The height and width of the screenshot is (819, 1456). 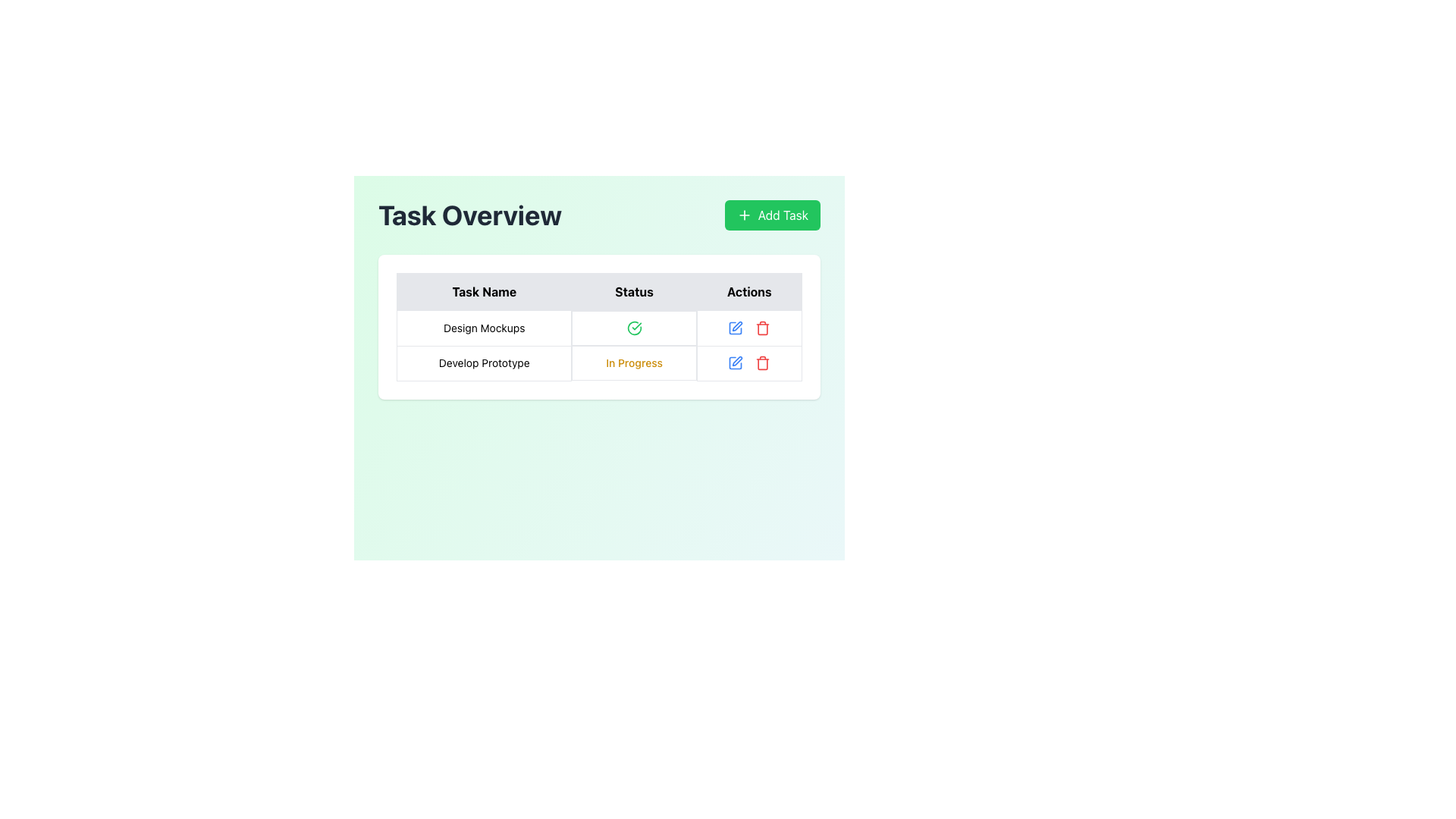 What do you see at coordinates (634, 292) in the screenshot?
I see `label text from the bold, centered 'Status' header cell in the table, which is the second cell of the header row` at bounding box center [634, 292].